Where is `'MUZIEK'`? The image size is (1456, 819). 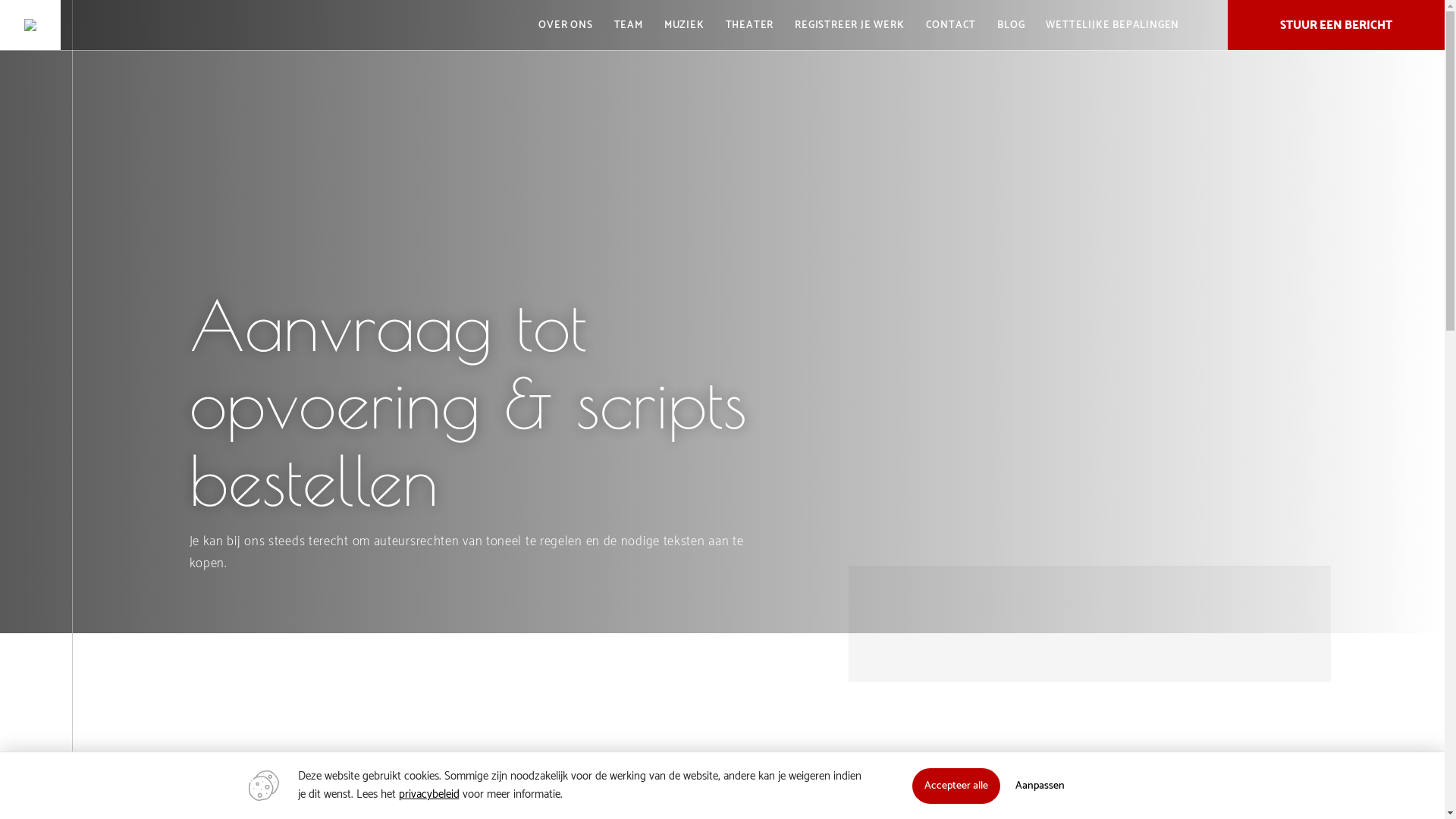 'MUZIEK' is located at coordinates (683, 25).